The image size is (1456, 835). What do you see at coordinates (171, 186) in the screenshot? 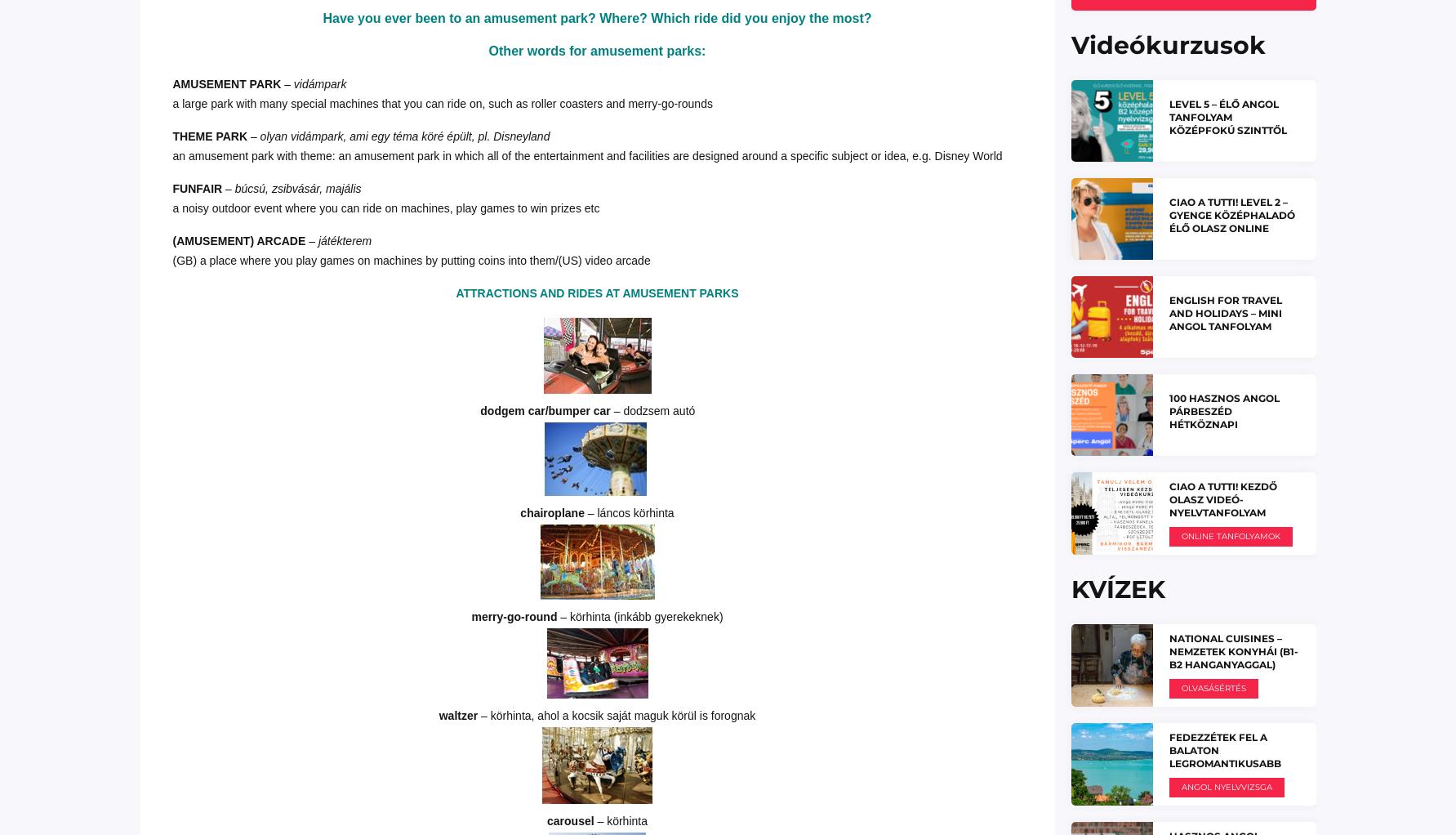
I see `'FUNFAIR'` at bounding box center [171, 186].